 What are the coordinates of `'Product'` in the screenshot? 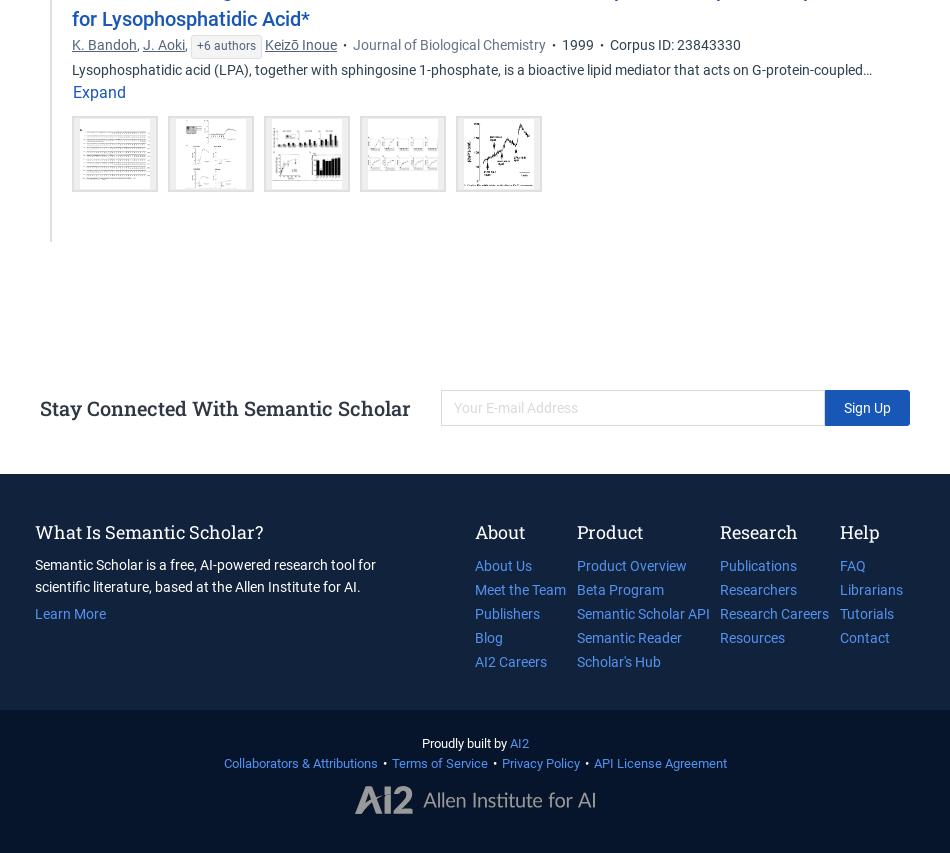 It's located at (609, 531).